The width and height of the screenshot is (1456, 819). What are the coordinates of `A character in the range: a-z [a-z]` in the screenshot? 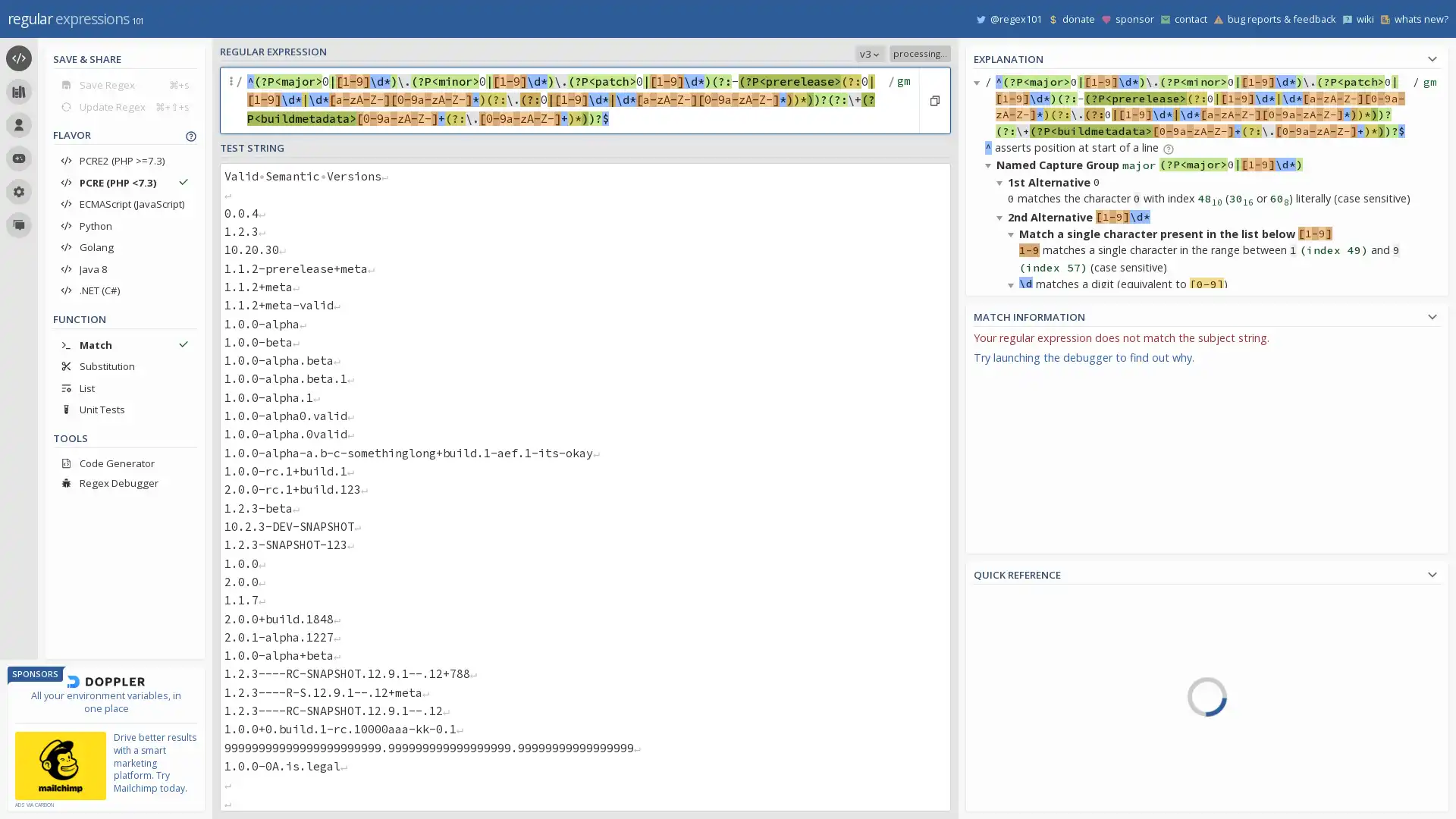 It's located at (1282, 643).